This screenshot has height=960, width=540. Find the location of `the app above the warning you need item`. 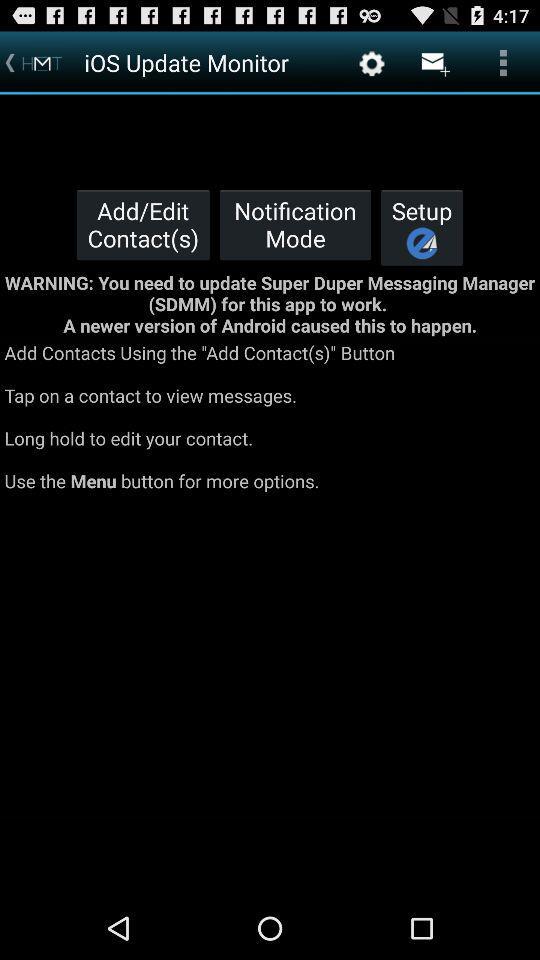

the app above the warning you need item is located at coordinates (421, 227).